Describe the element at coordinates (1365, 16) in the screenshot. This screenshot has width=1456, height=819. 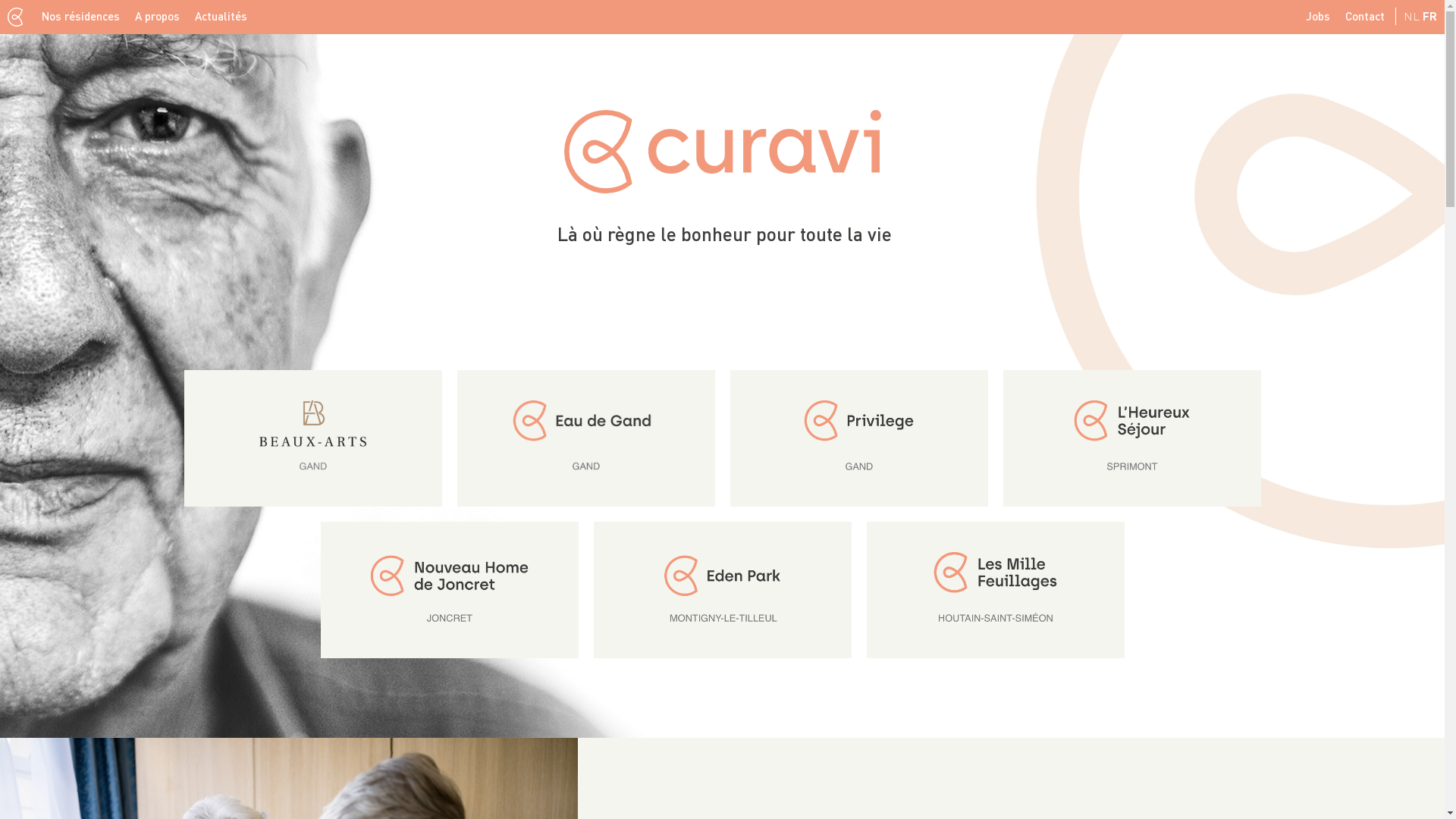
I see `'Contact'` at that location.